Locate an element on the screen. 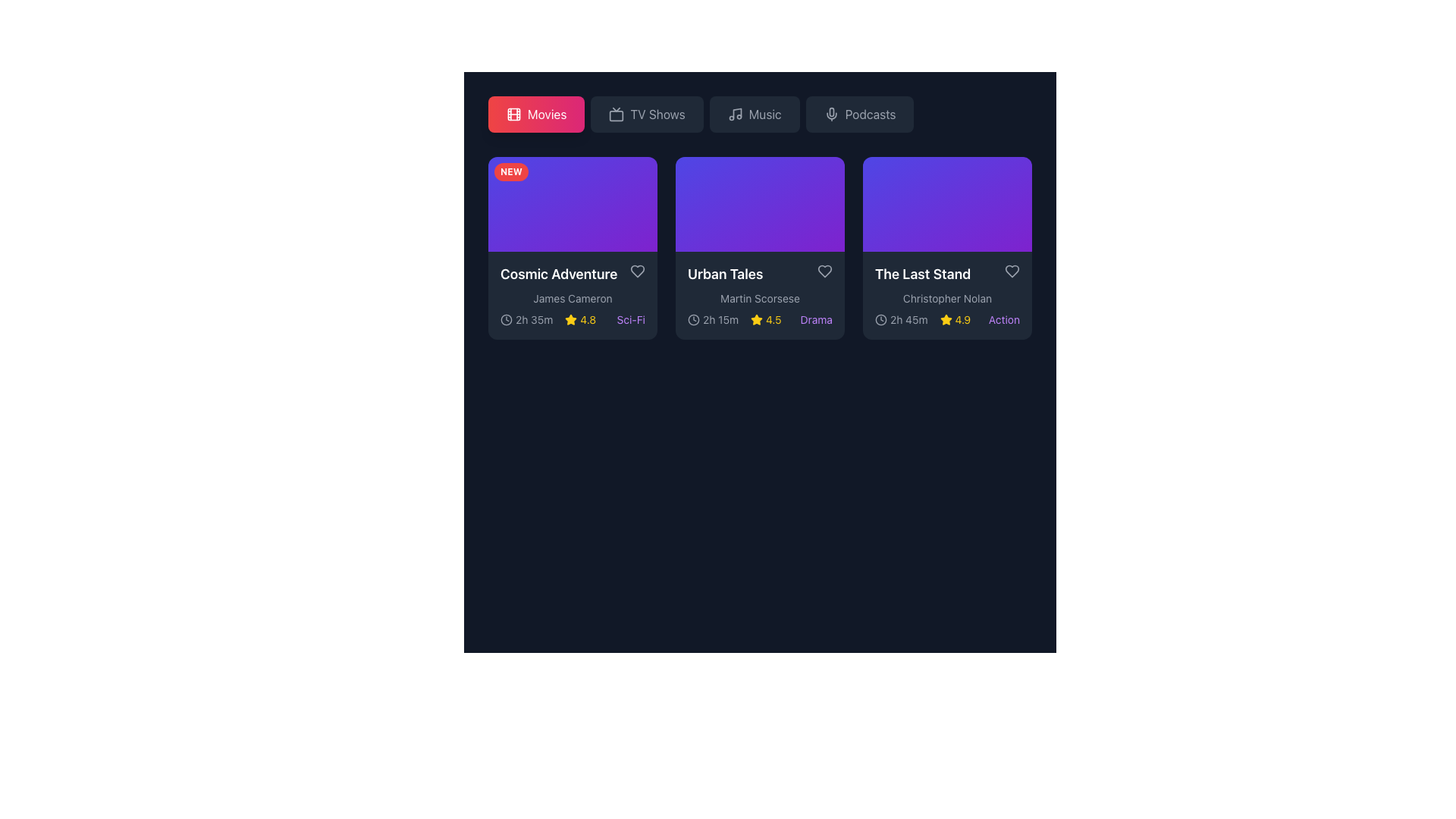  the 'Cosmic Adventure' text label, which is displayed in bold white font against a dark background, located within the first card of a horizontal list, adjacent to a heart icon is located at coordinates (572, 275).